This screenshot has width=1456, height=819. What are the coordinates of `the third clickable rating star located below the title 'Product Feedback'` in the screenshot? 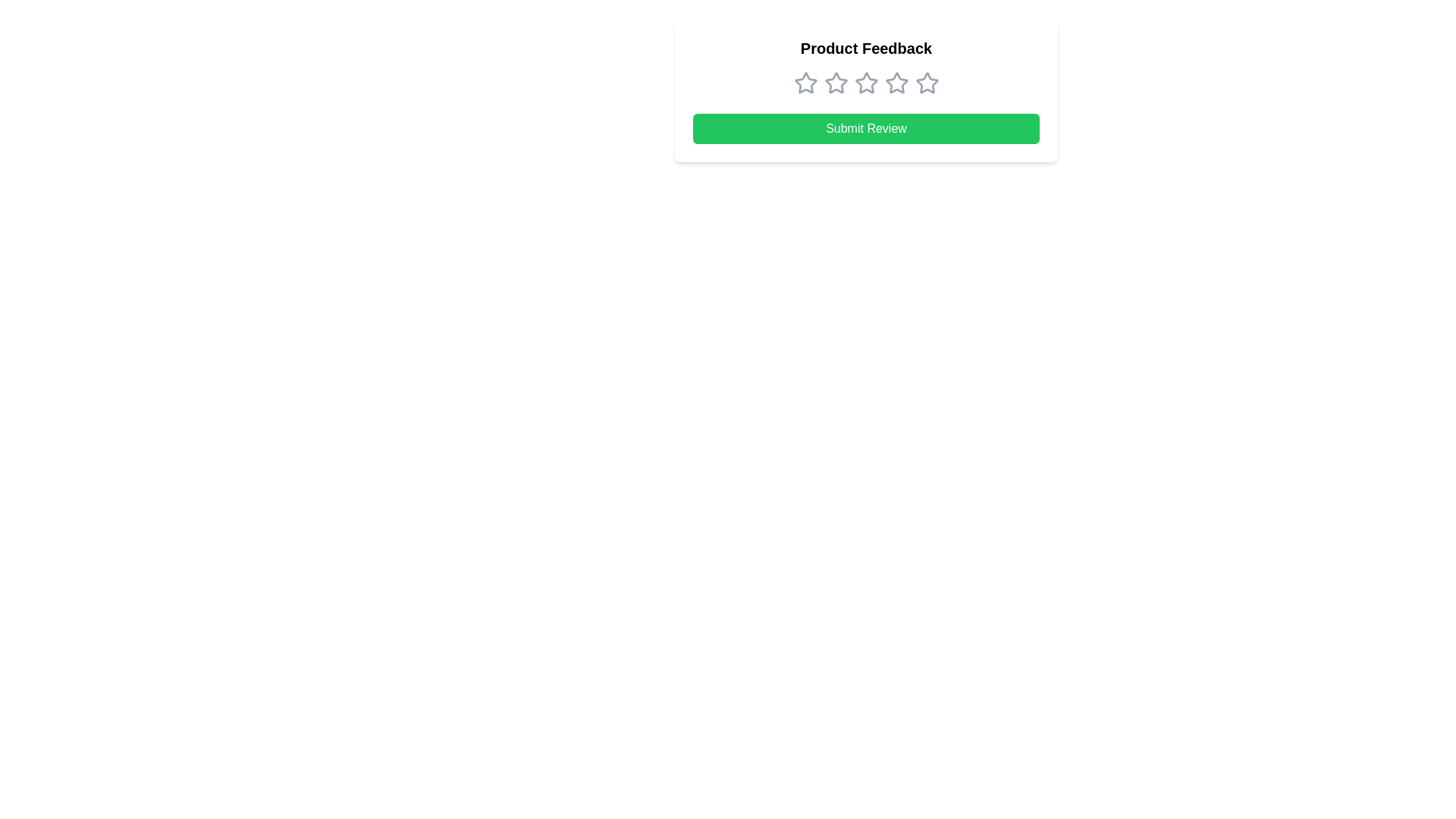 It's located at (866, 83).